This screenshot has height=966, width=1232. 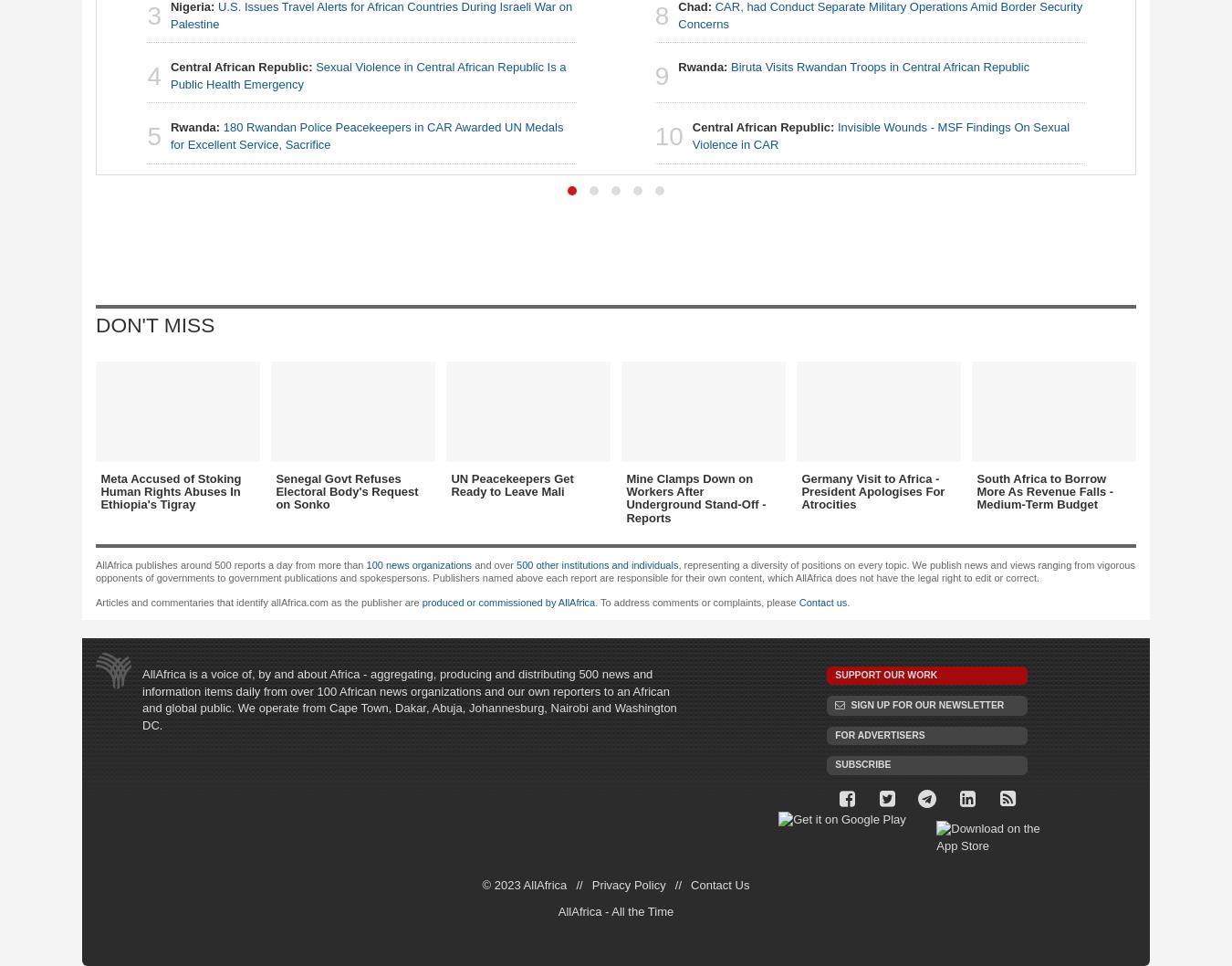 What do you see at coordinates (142, 698) in the screenshot?
I see `'AllAfrica is a voice of, by and about Africa - aggregating, producing and distributing 500 news and information items daily from over 100 African news organizations and our own reporters to an African and global public. We operate from Cape Town, Dakar, Abuja, Johannesburg, Nairobi and Washington DC.'` at bounding box center [142, 698].